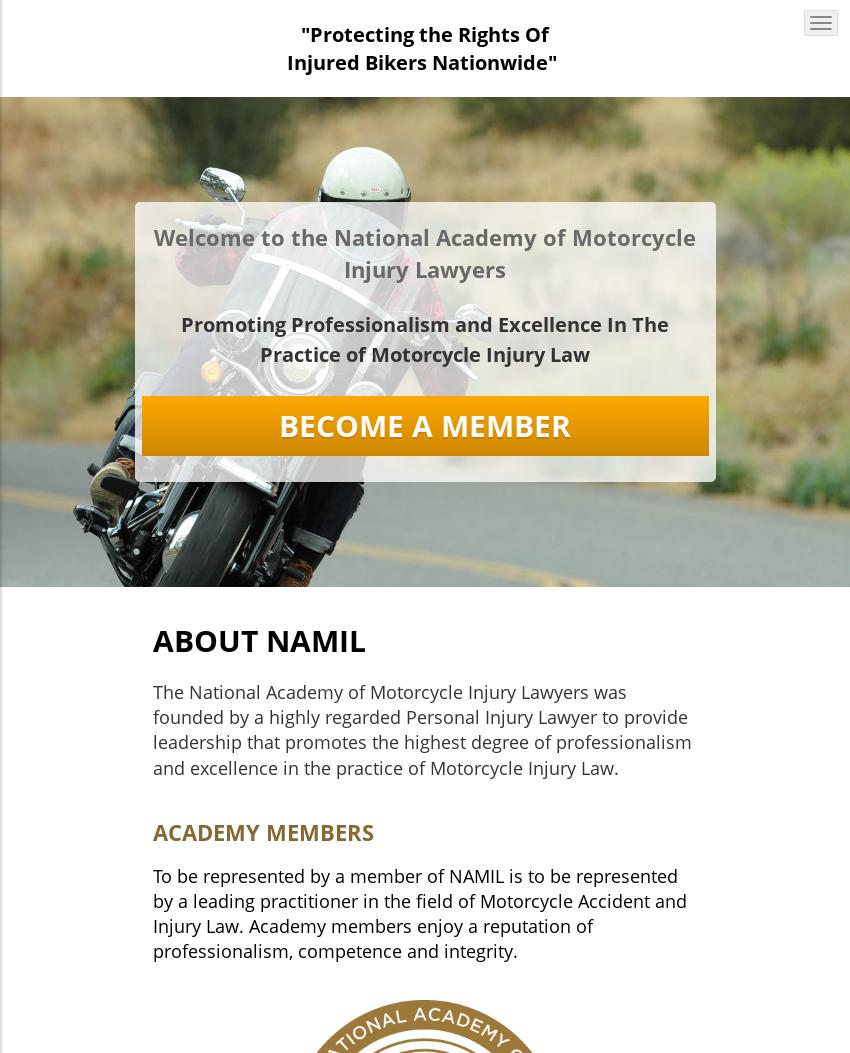 This screenshot has width=850, height=1053. What do you see at coordinates (418, 911) in the screenshot?
I see `'To be represented by a member of NAMIL is to be represented by a leading practitioner in the field of Motorcycle Accident and Injury Law. Academy members enjoy a reputation of professionalism, competence and integrity.'` at bounding box center [418, 911].